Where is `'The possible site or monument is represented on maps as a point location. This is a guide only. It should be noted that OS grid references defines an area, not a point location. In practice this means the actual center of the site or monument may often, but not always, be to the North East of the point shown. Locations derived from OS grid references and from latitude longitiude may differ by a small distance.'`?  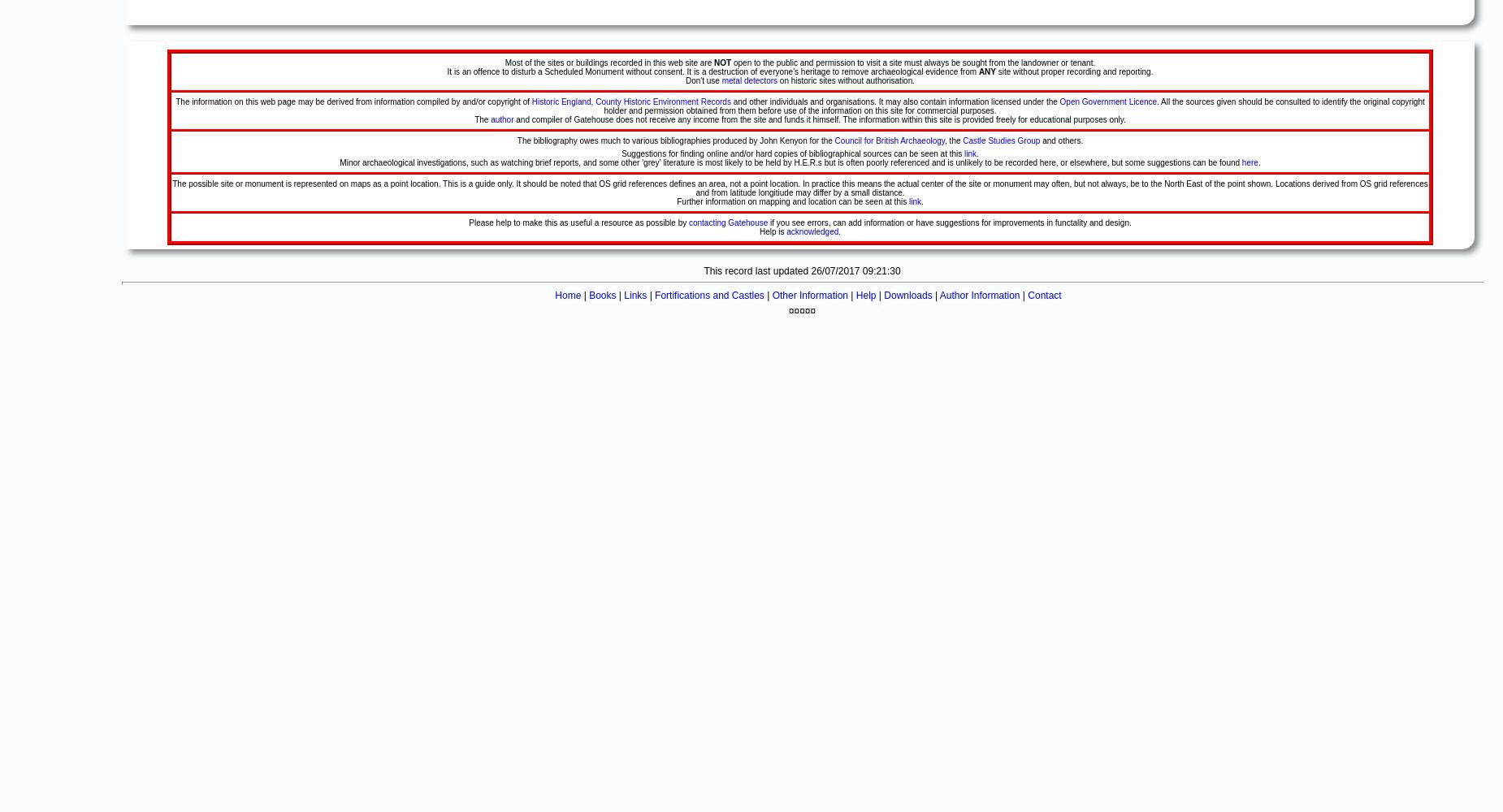
'The possible site or monument is represented on maps as a point location. This is a guide only. It should be noted that OS grid references defines an area, not a point location. In practice this means the actual center of the site or monument may often, but not always, be to the North East of the point shown. Locations derived from OS grid references and from latitude longitiude may differ by a small distance.' is located at coordinates (799, 188).